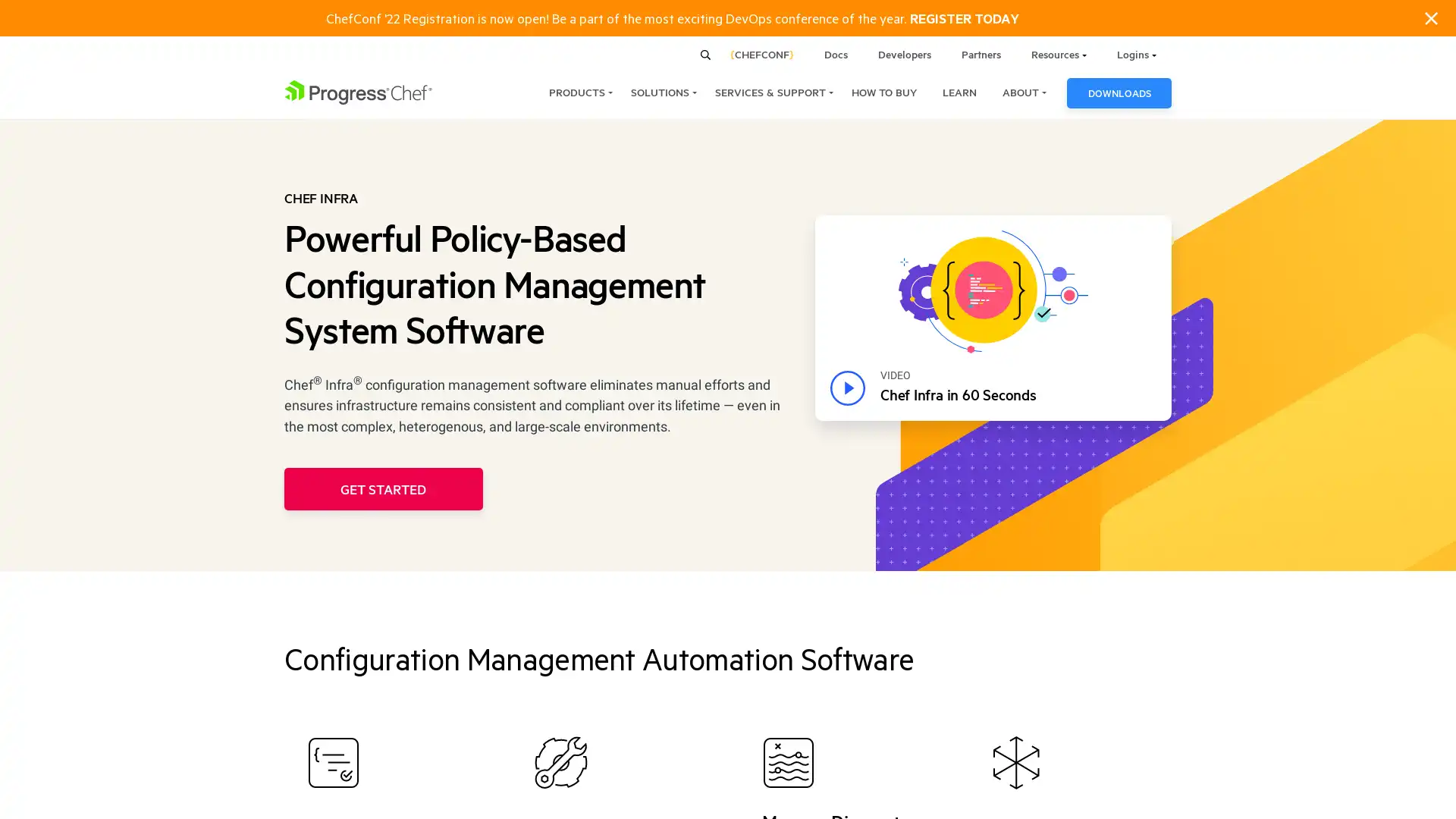  I want to click on SERVICES & SUPPORT, so click(770, 93).